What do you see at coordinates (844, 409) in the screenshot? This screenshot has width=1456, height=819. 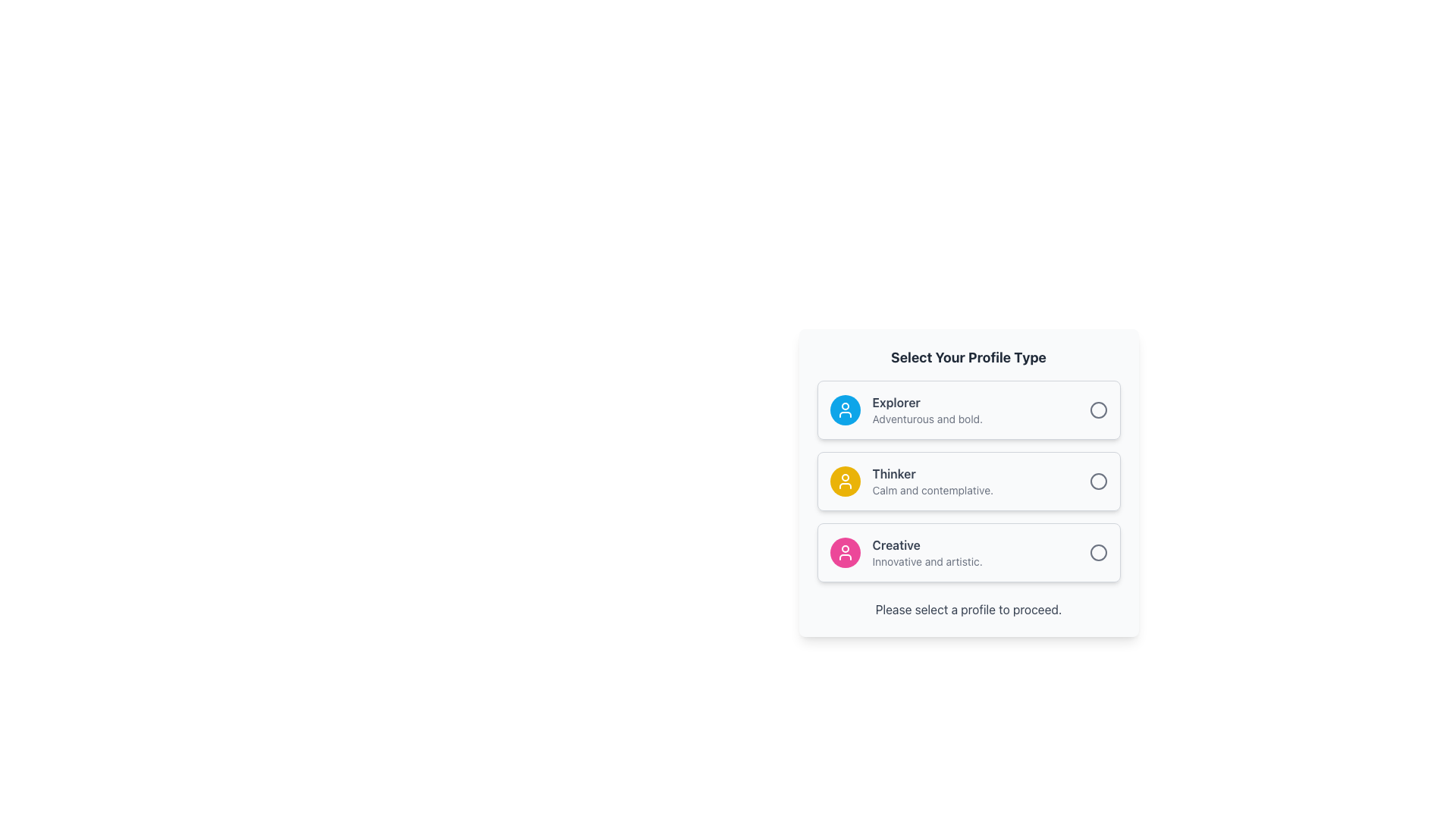 I see `the decorative indicator representing the 'Explorer' profile option, which is the leftmost component in the list of profile options` at bounding box center [844, 409].